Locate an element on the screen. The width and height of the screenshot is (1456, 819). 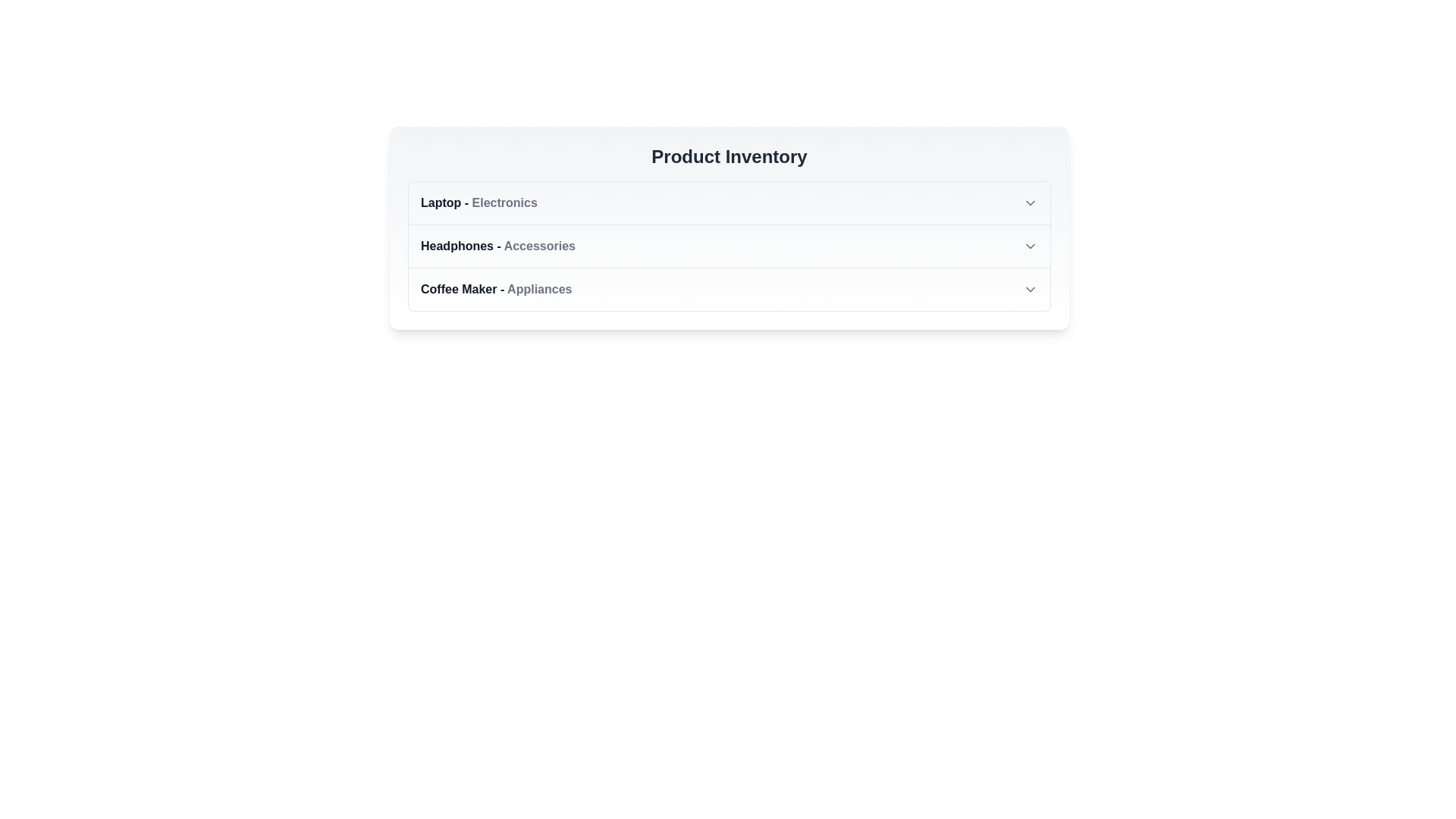
the chevron icon to expand or collapse the row for Headphones - Accessories is located at coordinates (1030, 245).